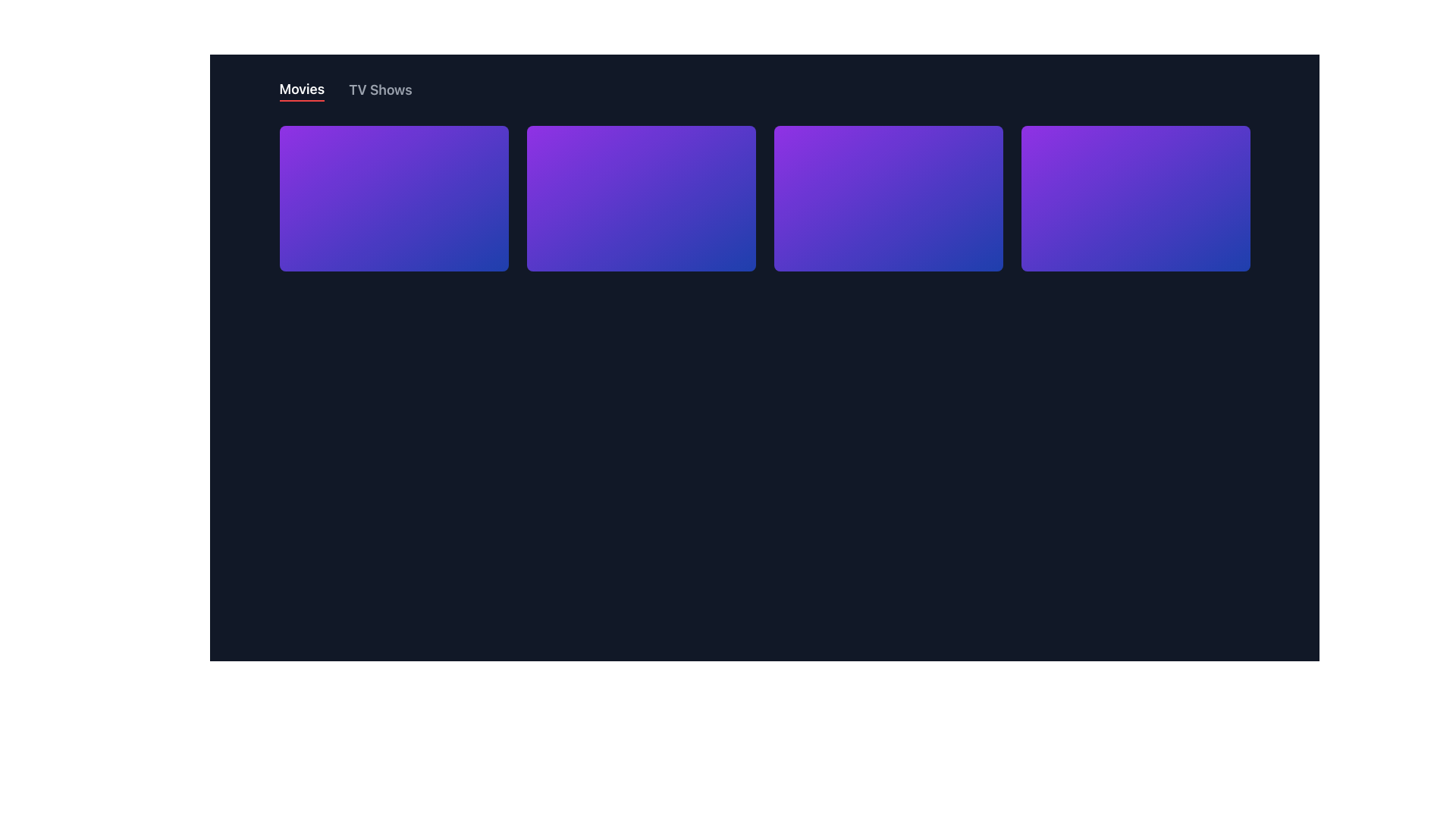 The image size is (1456, 819). I want to click on clock icon element, represented by a minimalist circular outline with a clock hand, located to the immediate left of the '2h 28m' text, so click(336, 218).